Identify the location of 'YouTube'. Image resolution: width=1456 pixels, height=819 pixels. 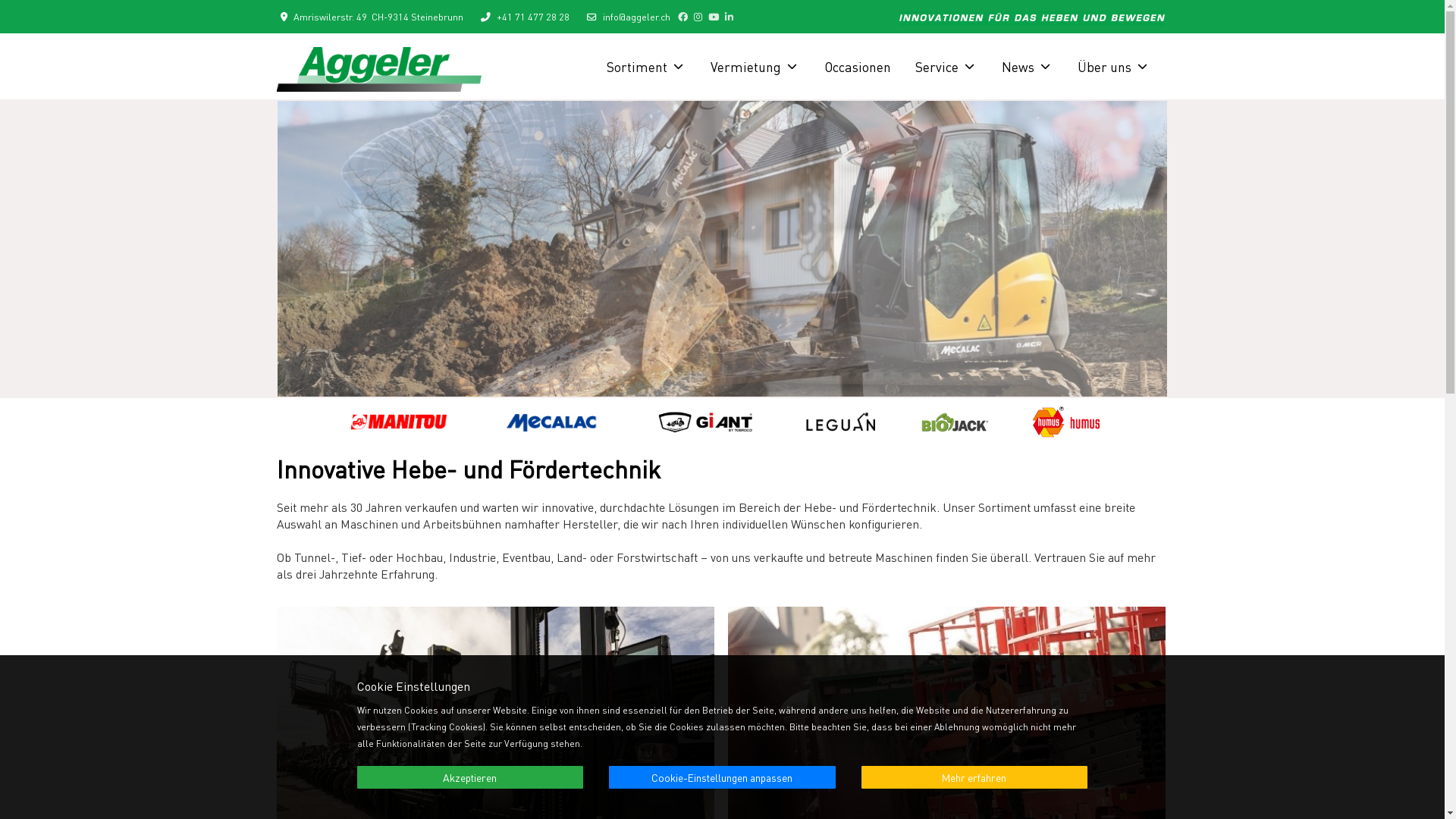
(712, 17).